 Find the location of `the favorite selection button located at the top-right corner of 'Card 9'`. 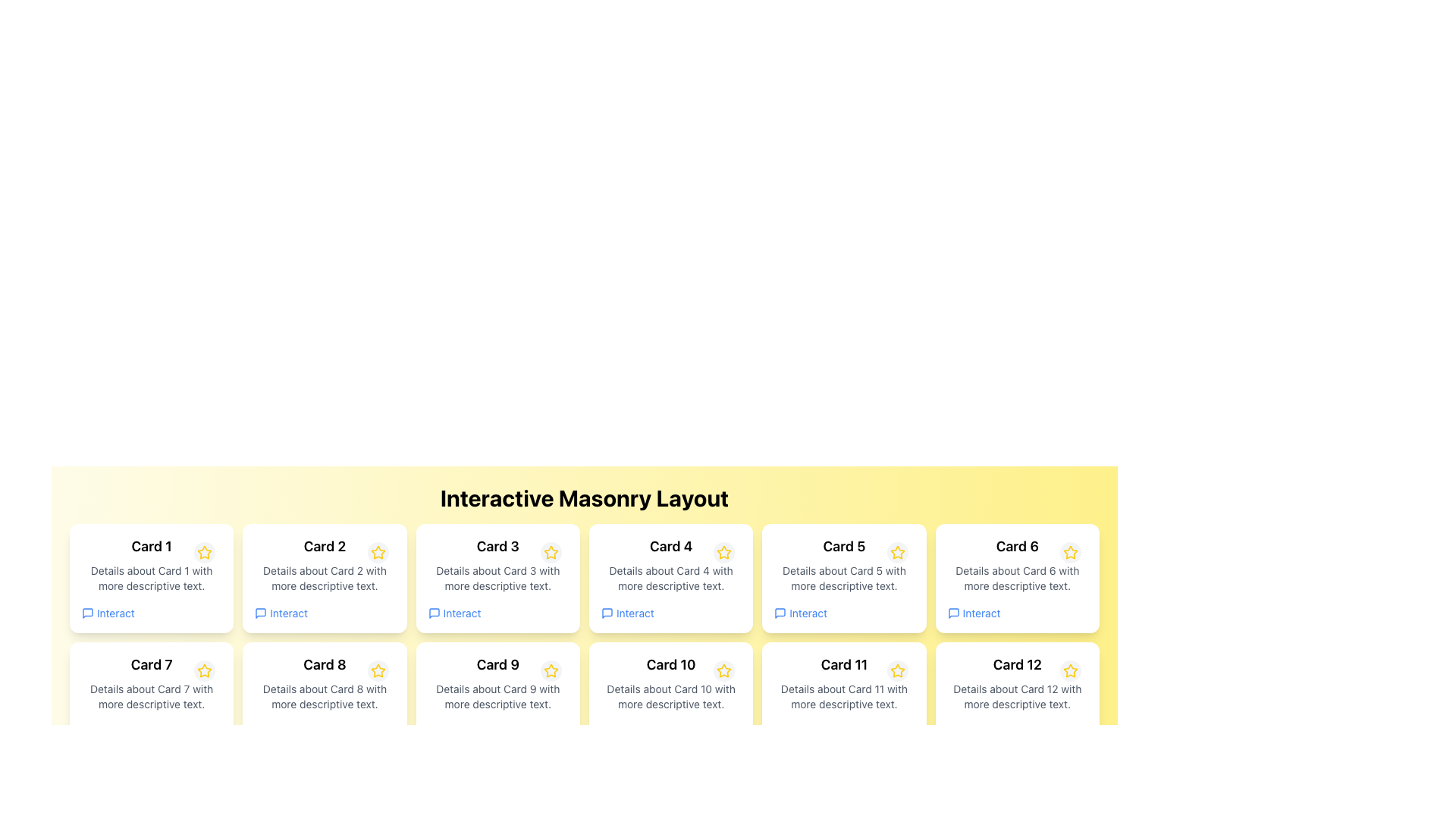

the favorite selection button located at the top-right corner of 'Card 9' is located at coordinates (550, 671).